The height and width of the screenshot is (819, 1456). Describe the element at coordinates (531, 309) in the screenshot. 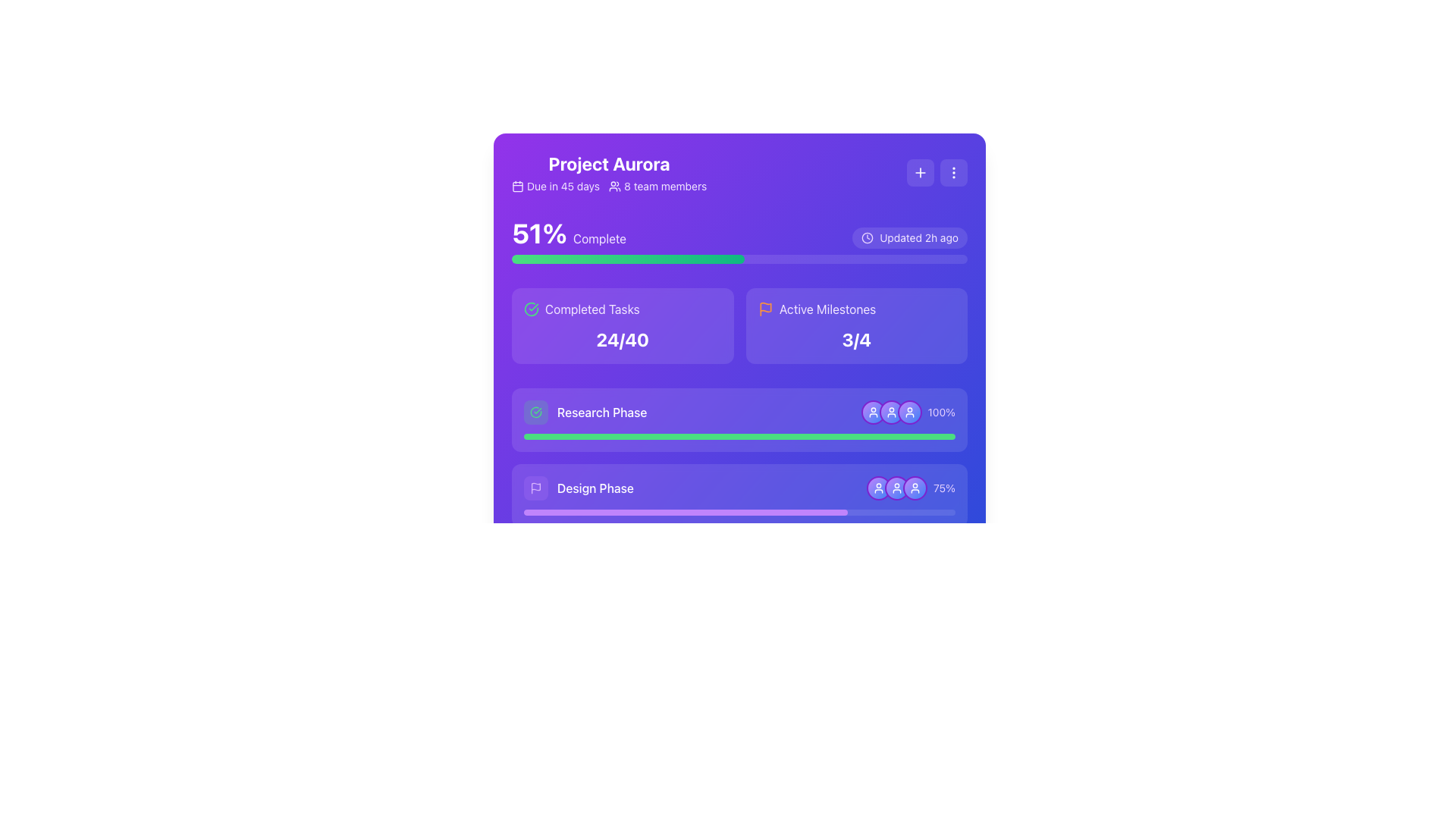

I see `the completion status icon located to the left of the 'Completed Tasks' text within the purple card in the top section of the interface` at that location.